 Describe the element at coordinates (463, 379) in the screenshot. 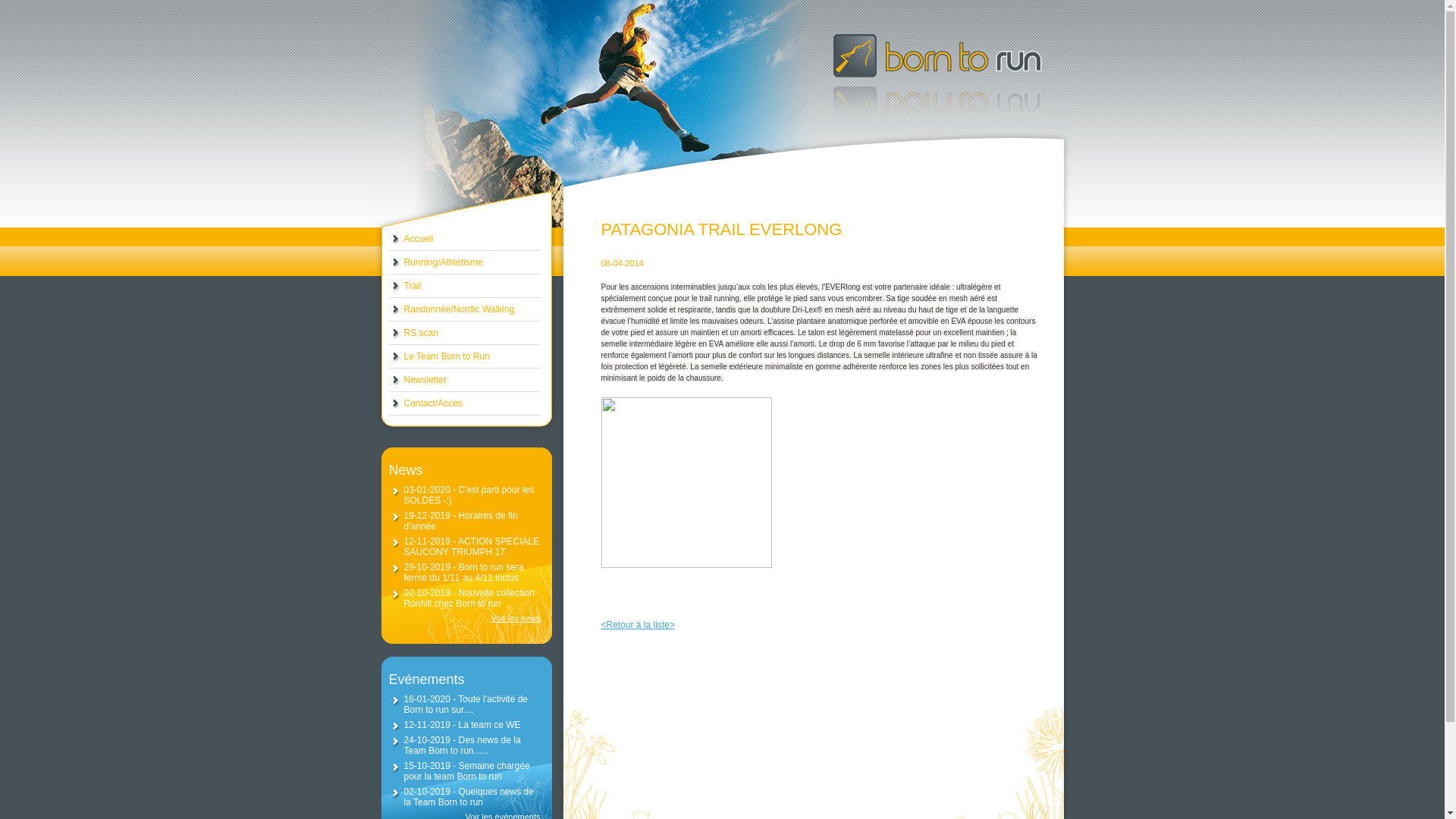

I see `'Newsletter'` at that location.